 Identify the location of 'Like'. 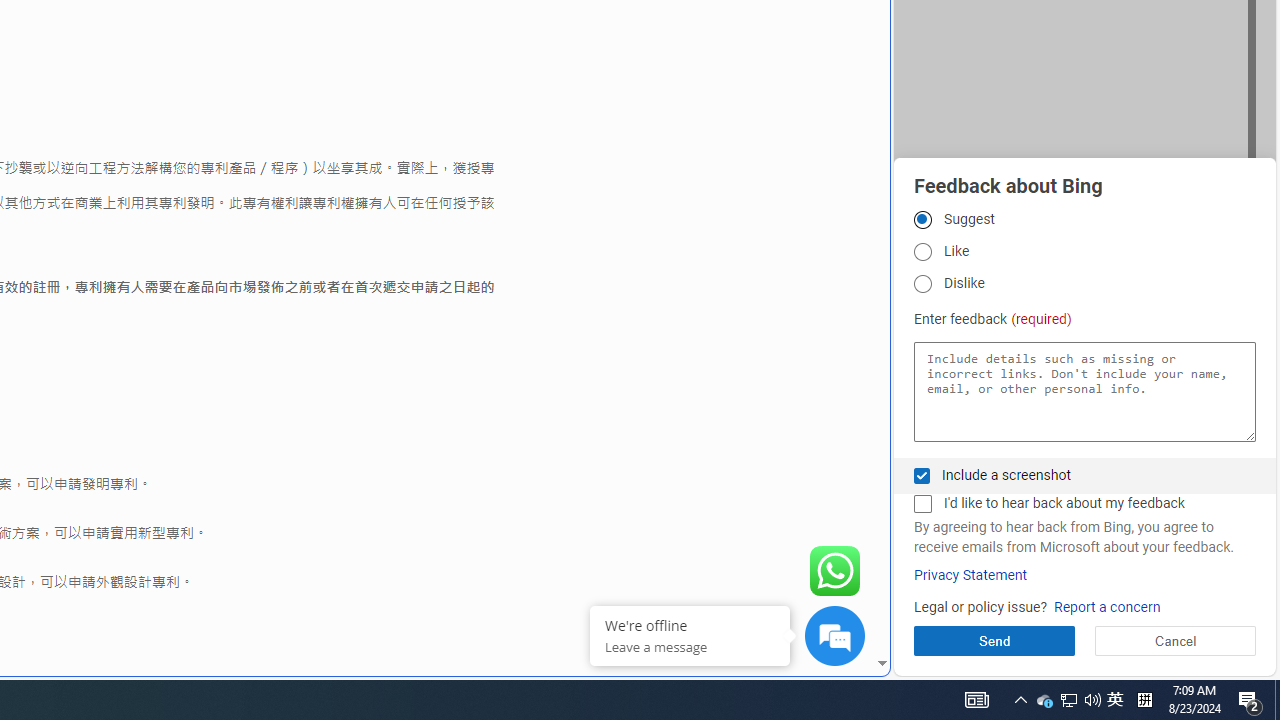
(921, 250).